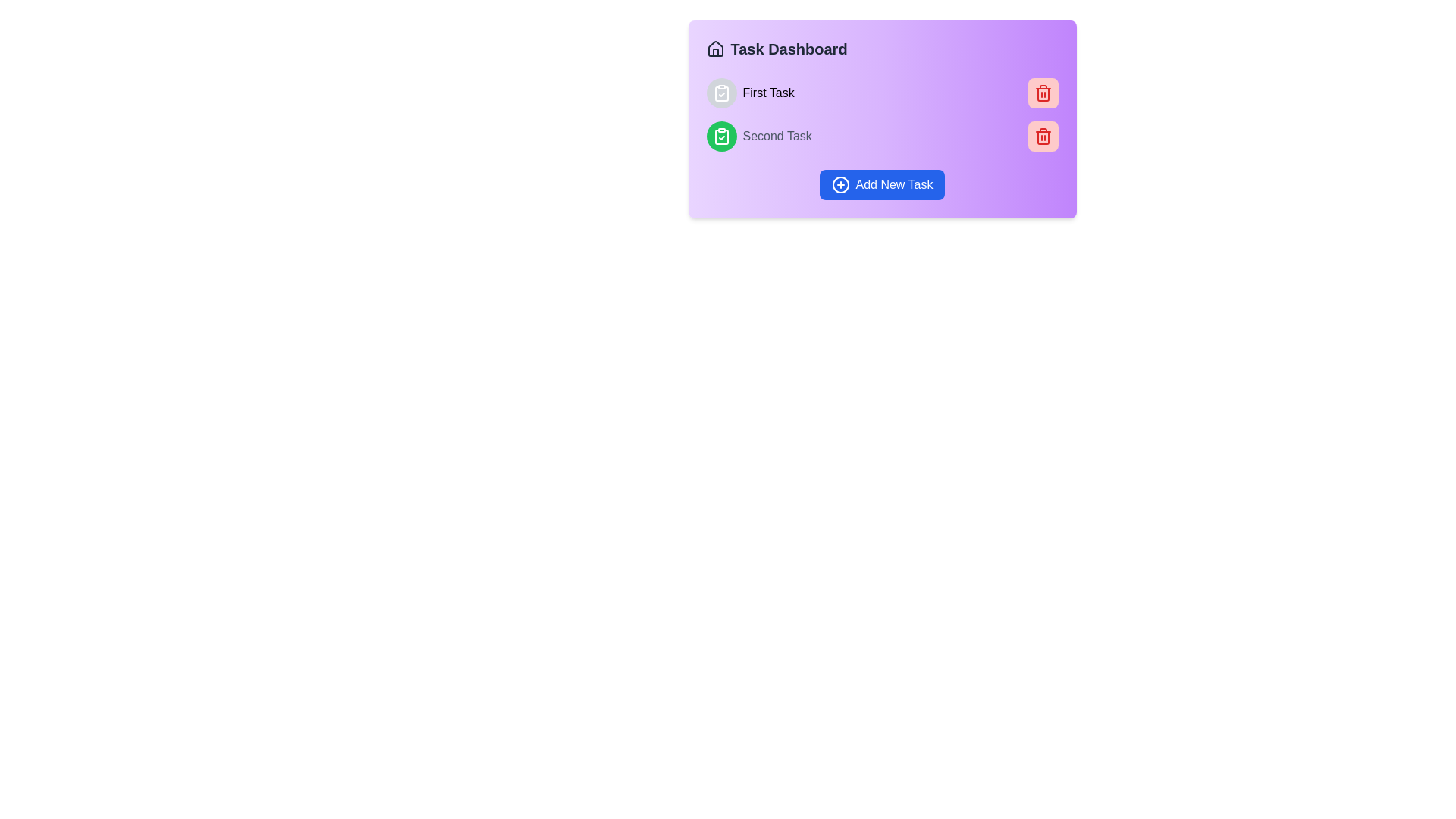  Describe the element at coordinates (759, 136) in the screenshot. I see `the green circular icon with a white clipboard symbol and the strikethrough text 'Second Task', indicating a completed task in the purple task panel` at that location.